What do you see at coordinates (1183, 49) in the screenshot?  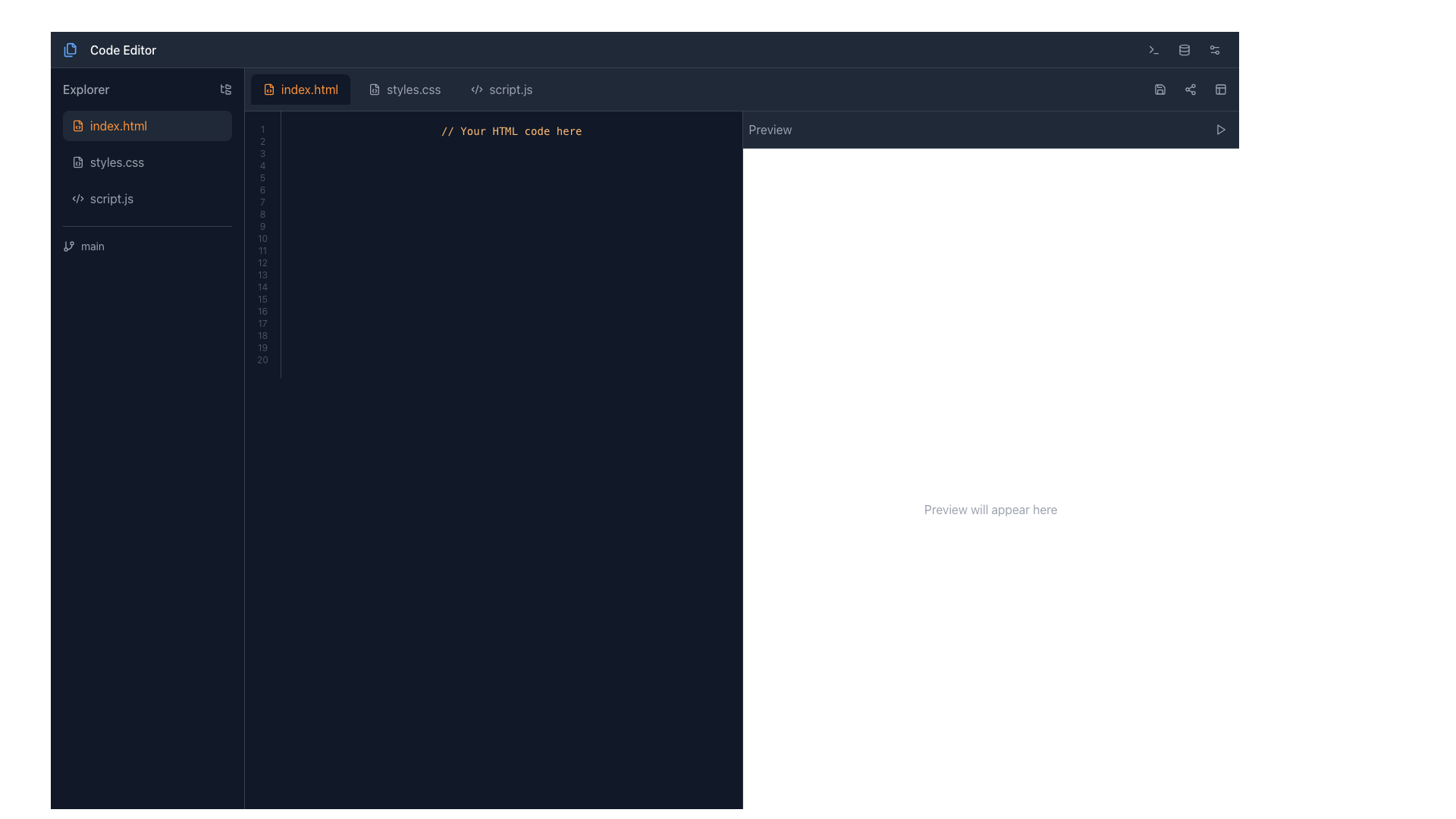 I see `the button located` at bounding box center [1183, 49].